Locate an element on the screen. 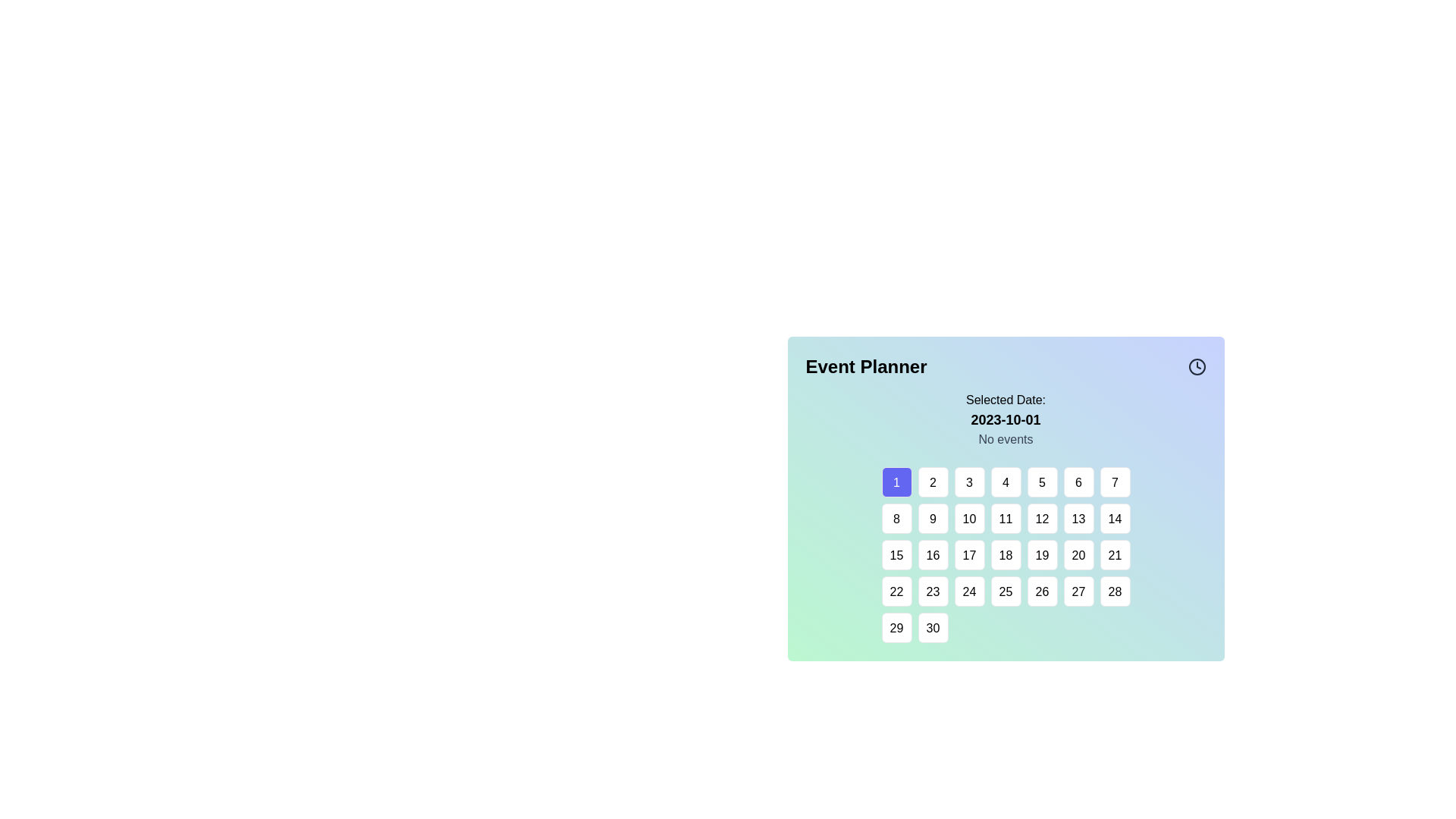 The height and width of the screenshot is (819, 1456). the square-shaped button displaying the number '15' in black text, which is located in the third row and first column of a grid layout is located at coordinates (896, 555).